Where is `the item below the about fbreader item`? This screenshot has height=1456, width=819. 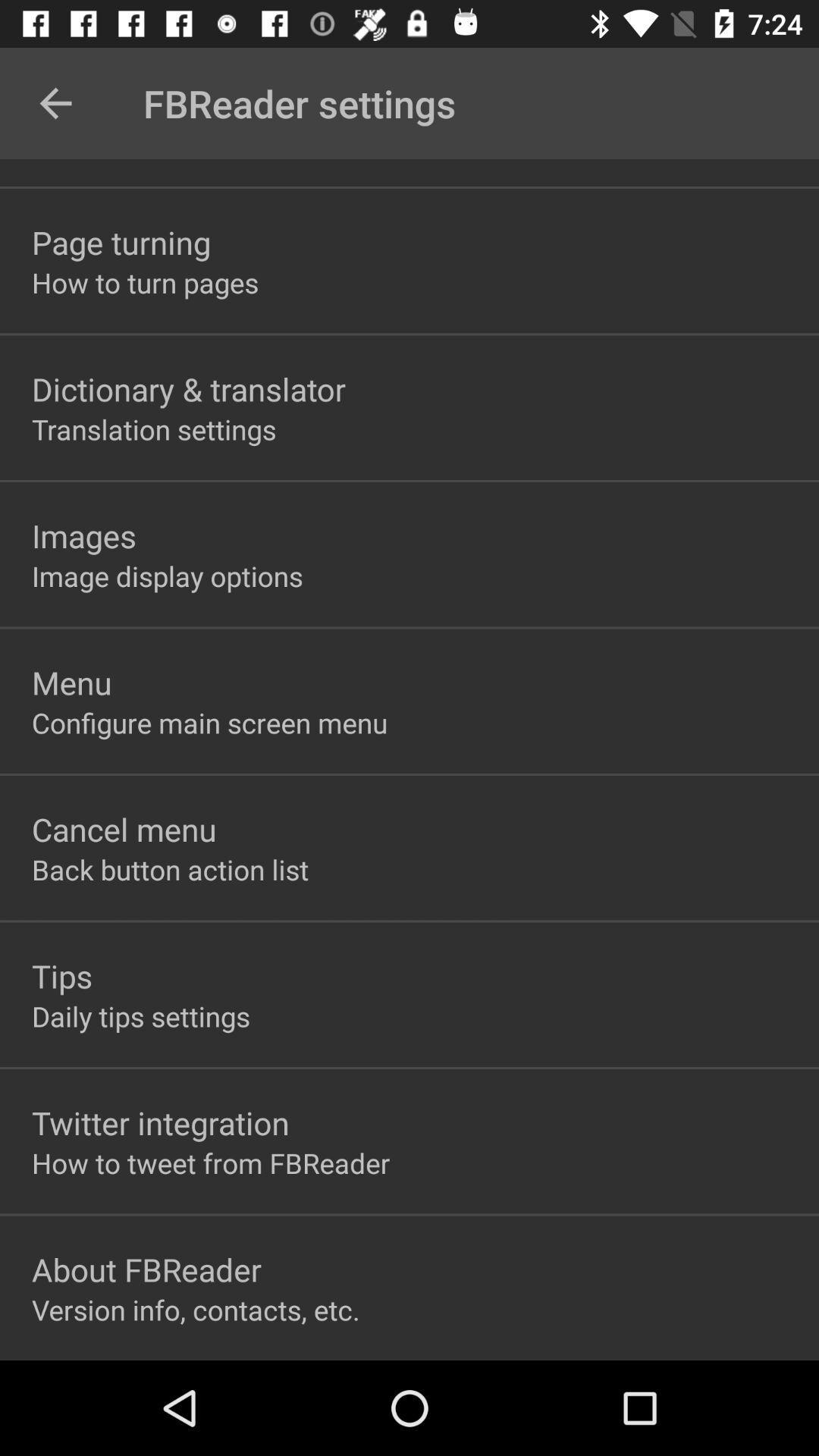 the item below the about fbreader item is located at coordinates (195, 1309).